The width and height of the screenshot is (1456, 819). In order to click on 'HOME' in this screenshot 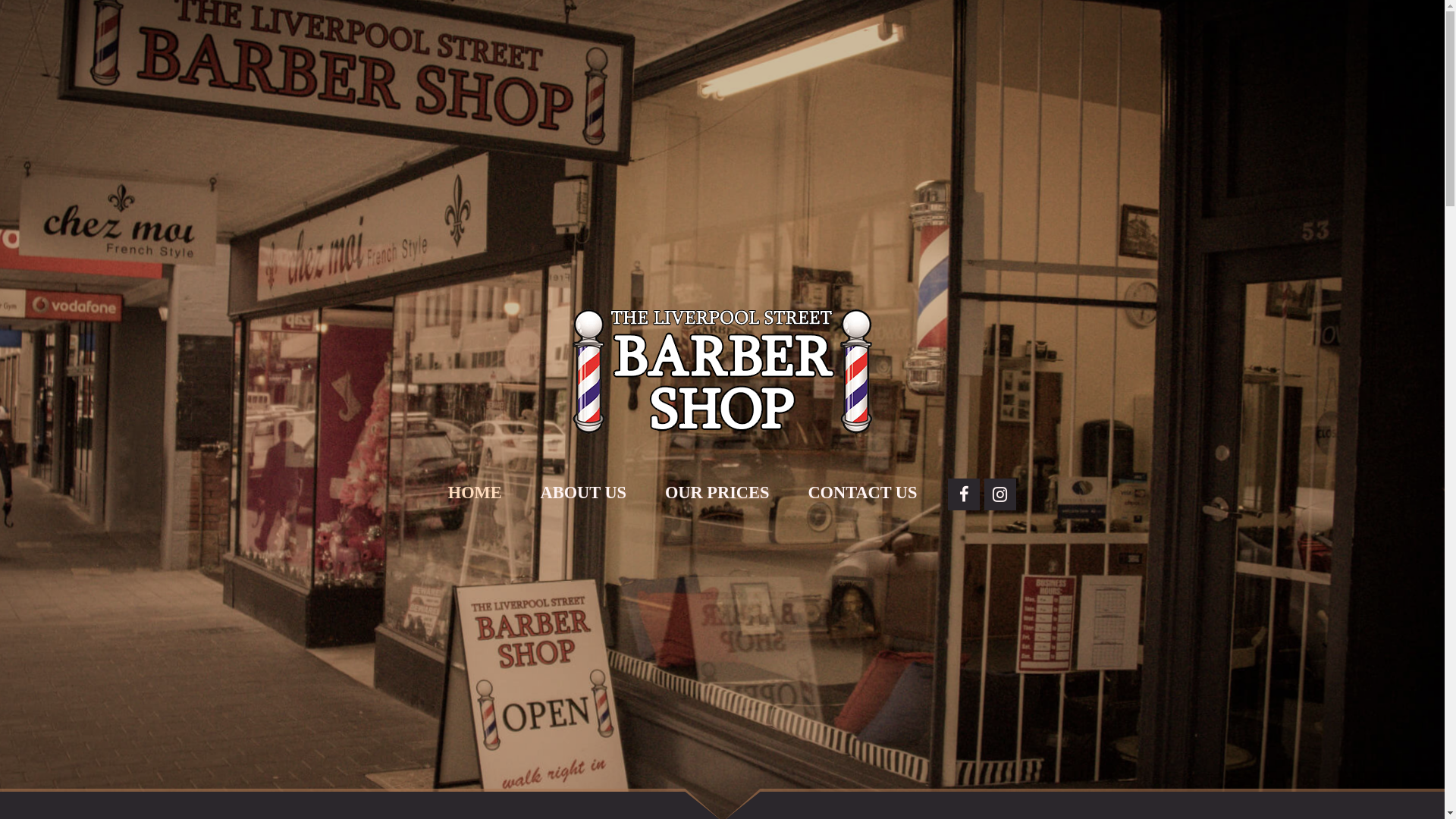, I will do `click(474, 493)`.